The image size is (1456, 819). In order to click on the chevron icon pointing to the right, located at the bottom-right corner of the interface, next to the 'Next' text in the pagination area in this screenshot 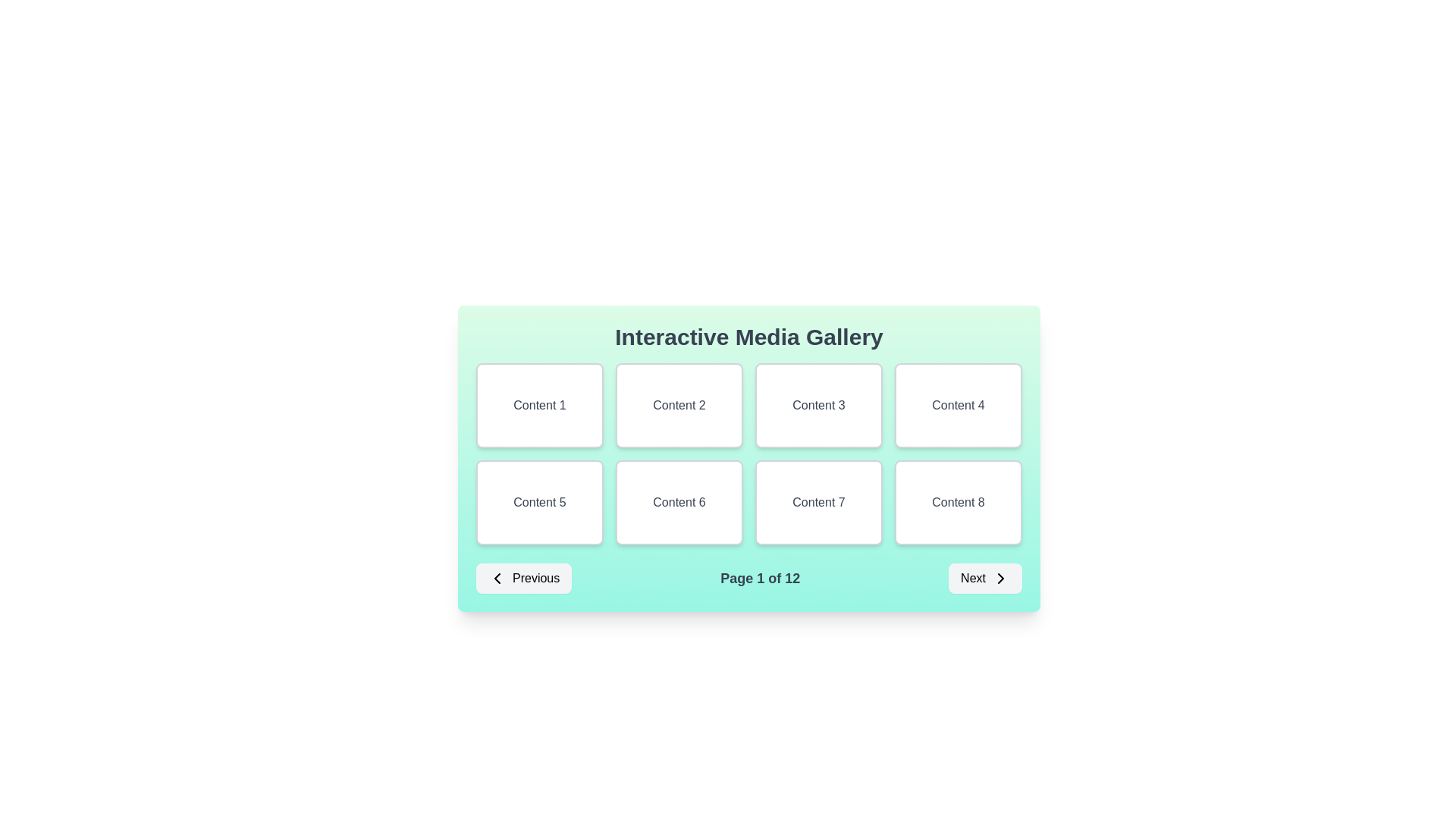, I will do `click(1001, 579)`.